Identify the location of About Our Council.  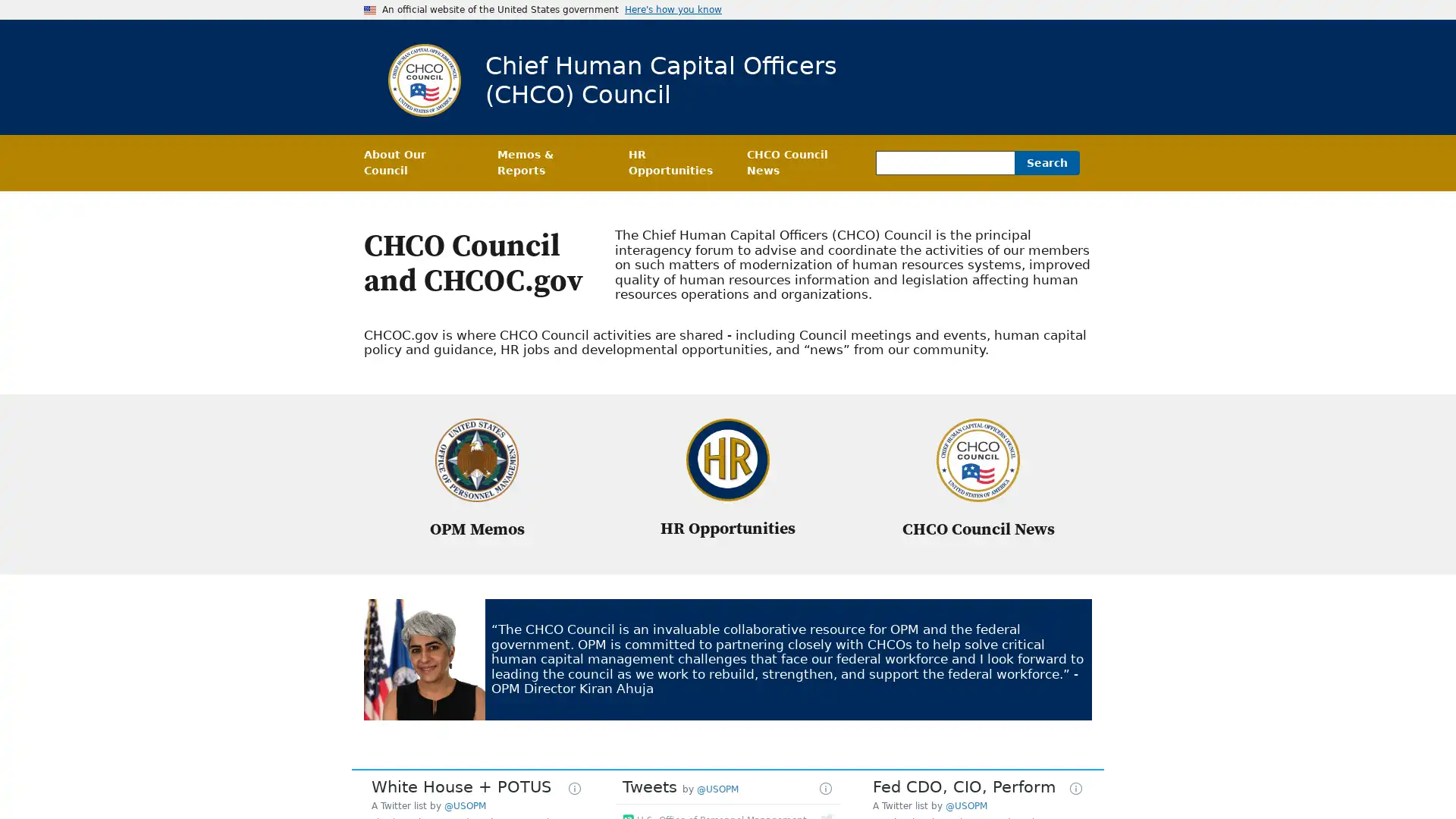
(418, 163).